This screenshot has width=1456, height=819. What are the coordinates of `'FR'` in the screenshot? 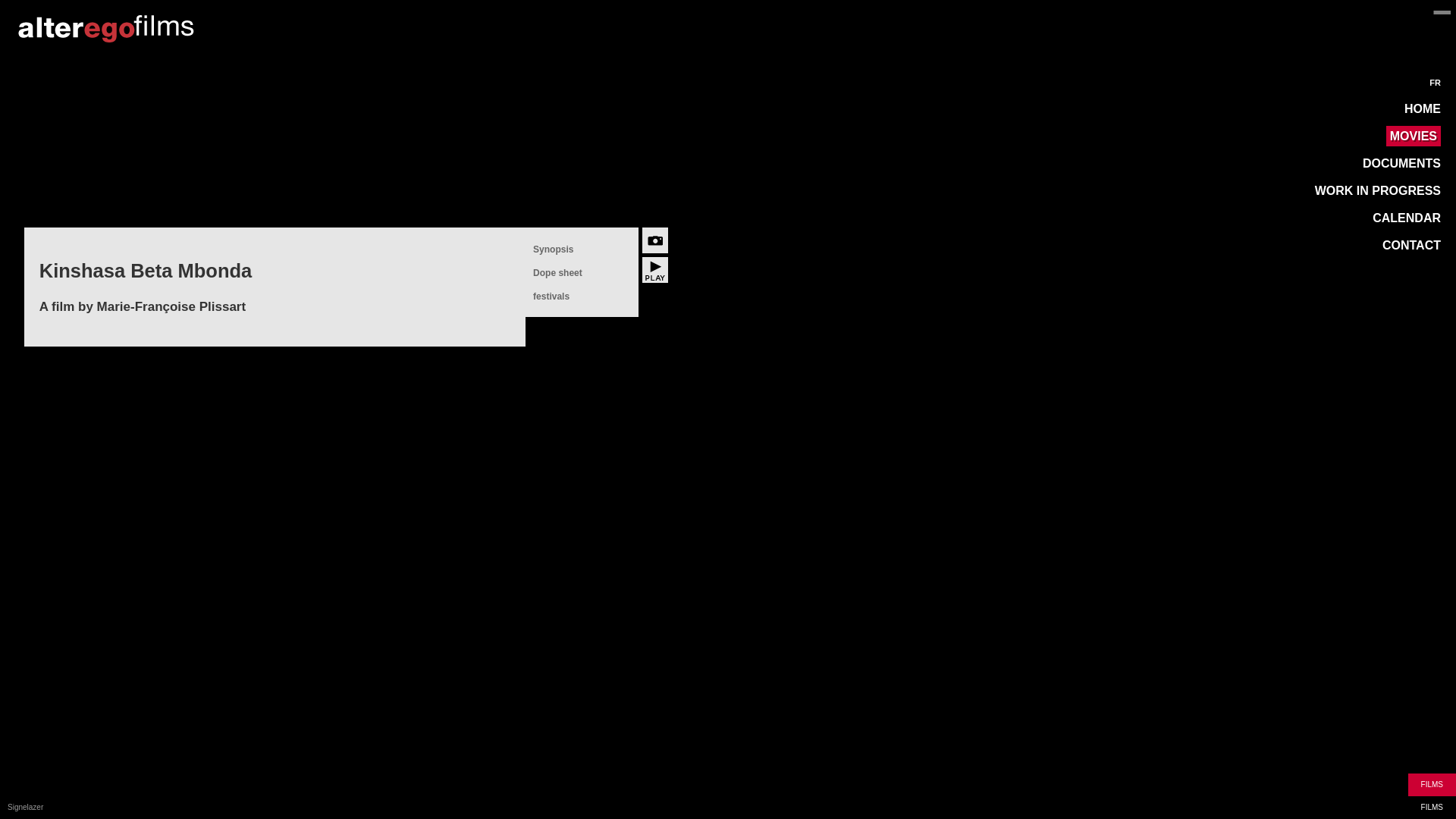 It's located at (1434, 82).